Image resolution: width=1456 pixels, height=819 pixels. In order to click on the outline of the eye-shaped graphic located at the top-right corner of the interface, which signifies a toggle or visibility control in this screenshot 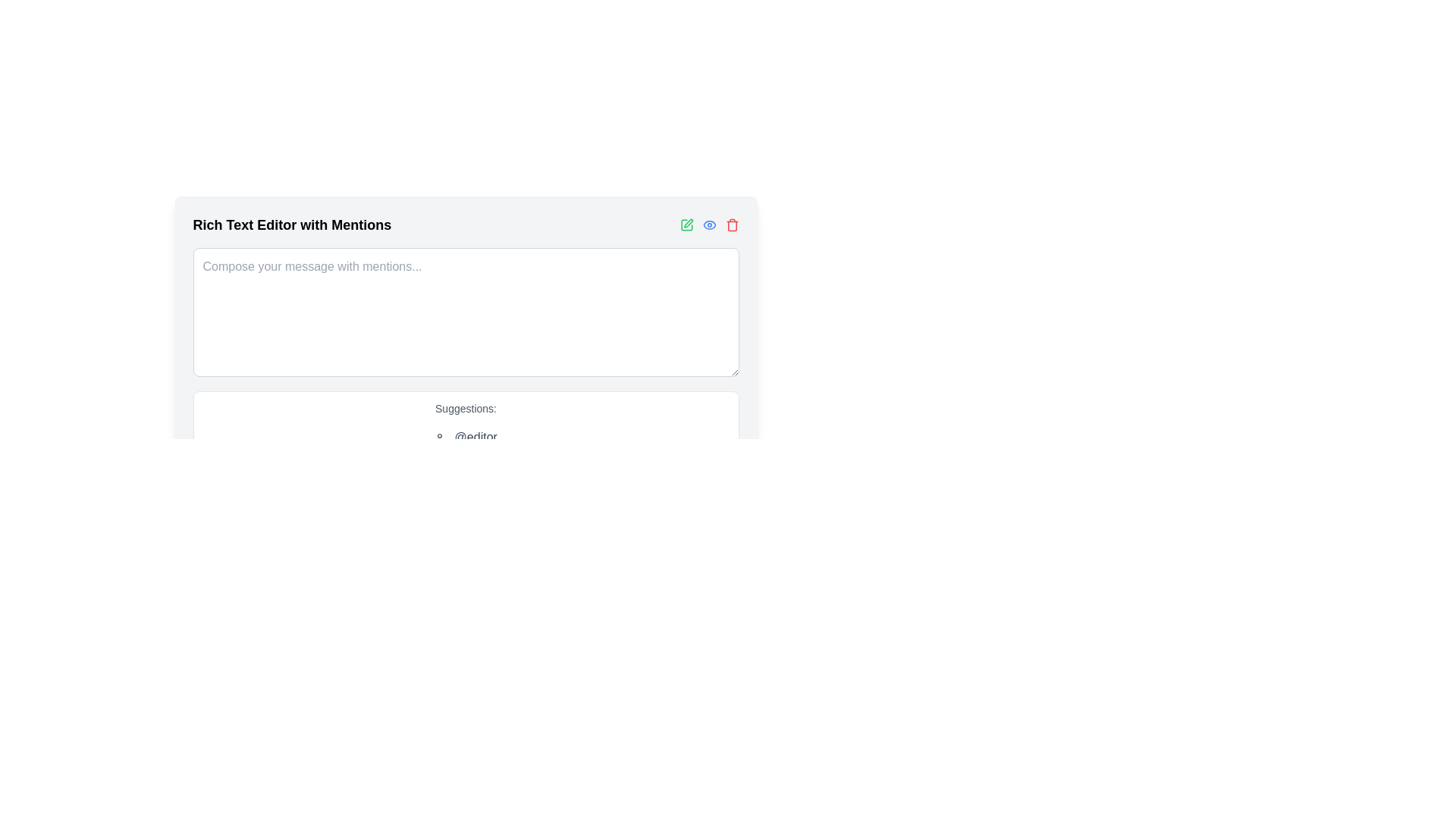, I will do `click(708, 225)`.